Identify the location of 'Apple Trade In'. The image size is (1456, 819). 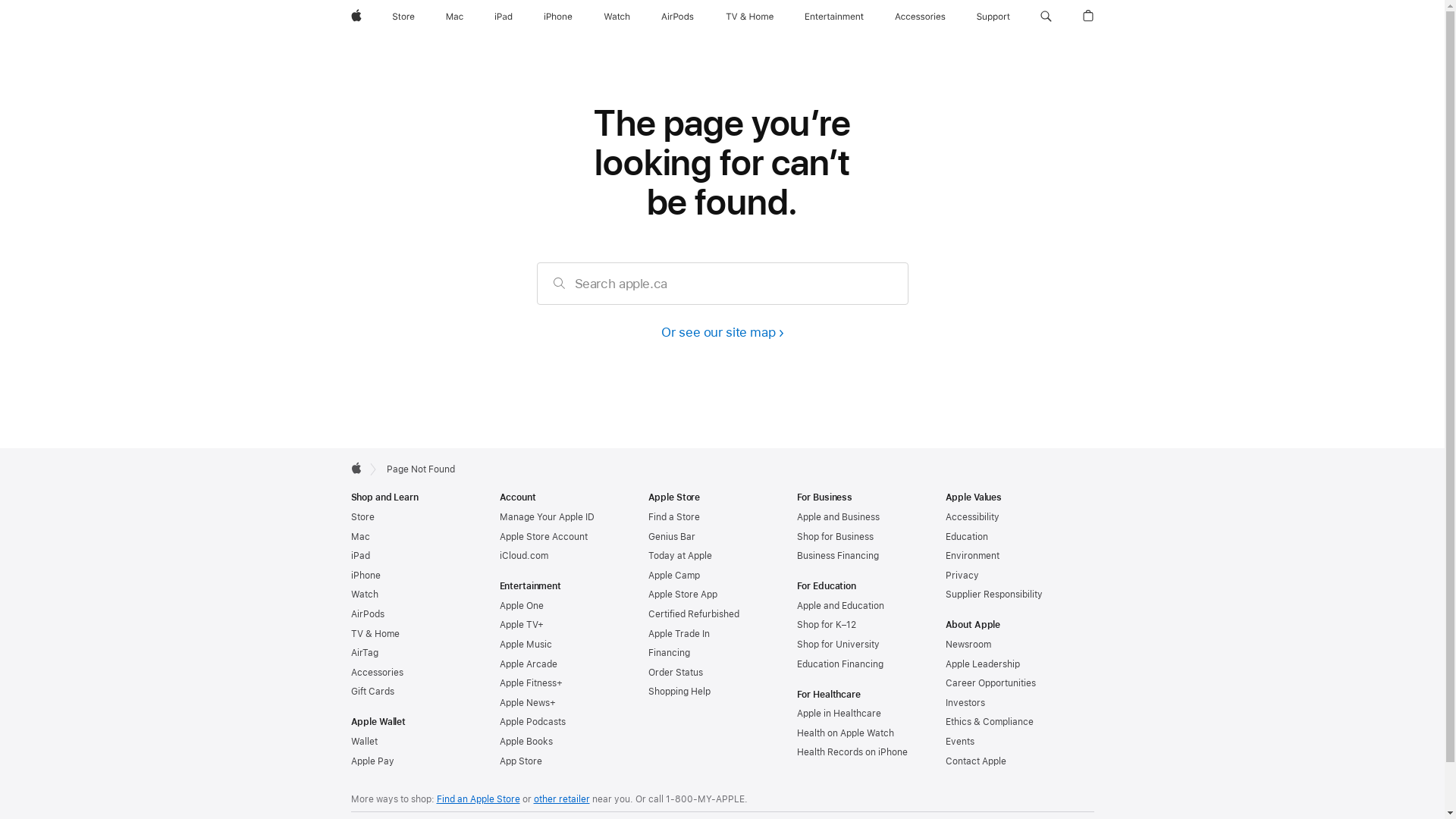
(677, 634).